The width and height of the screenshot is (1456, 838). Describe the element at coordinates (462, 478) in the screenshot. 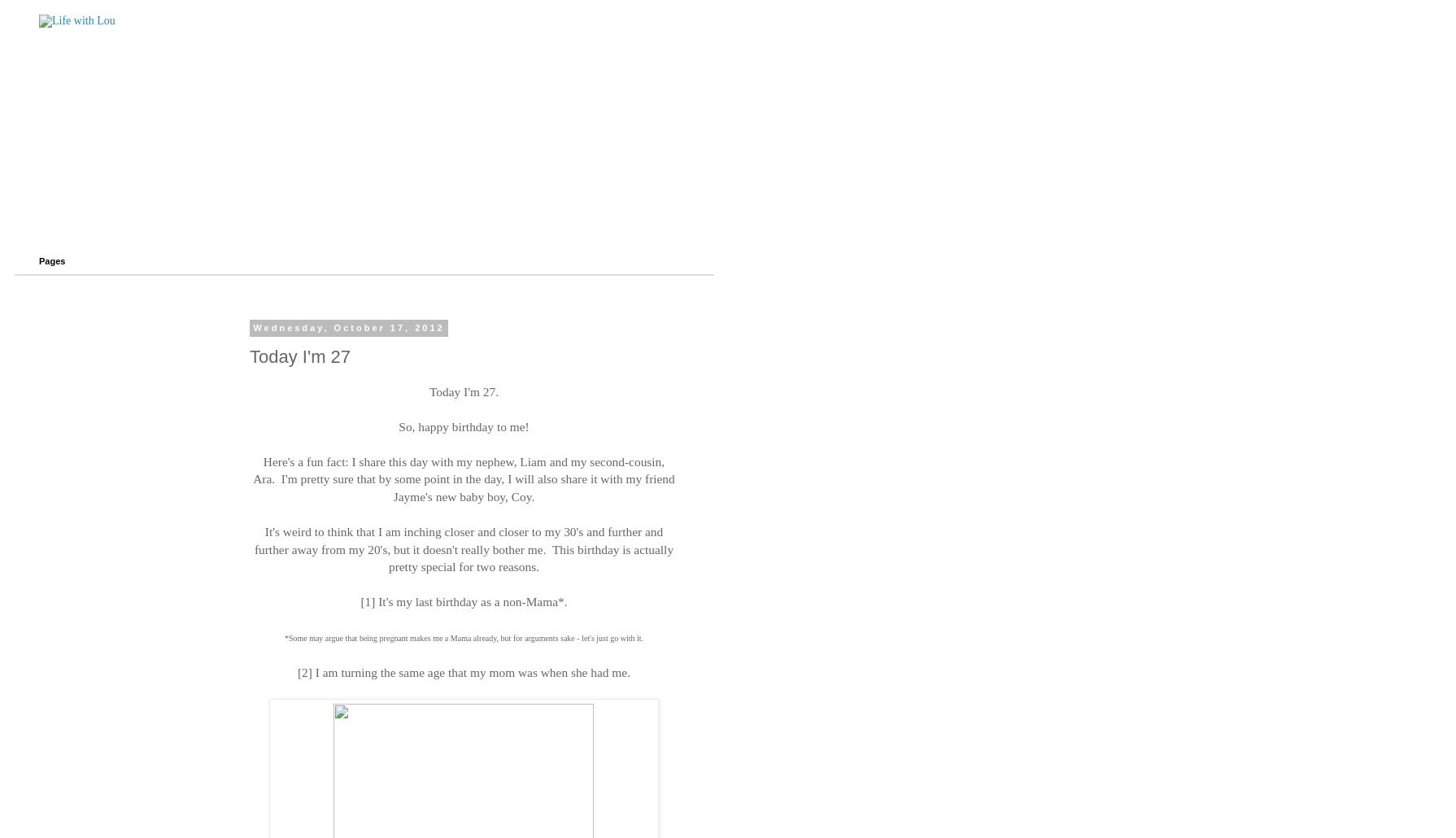

I see `'Here's a fun fact: I share this day with my nephew, Liam and my second-cousin, Ara.  I'm pretty sure that by some point in the day, I will also share it with my friend Jayme's new baby boy, Coy.'` at that location.